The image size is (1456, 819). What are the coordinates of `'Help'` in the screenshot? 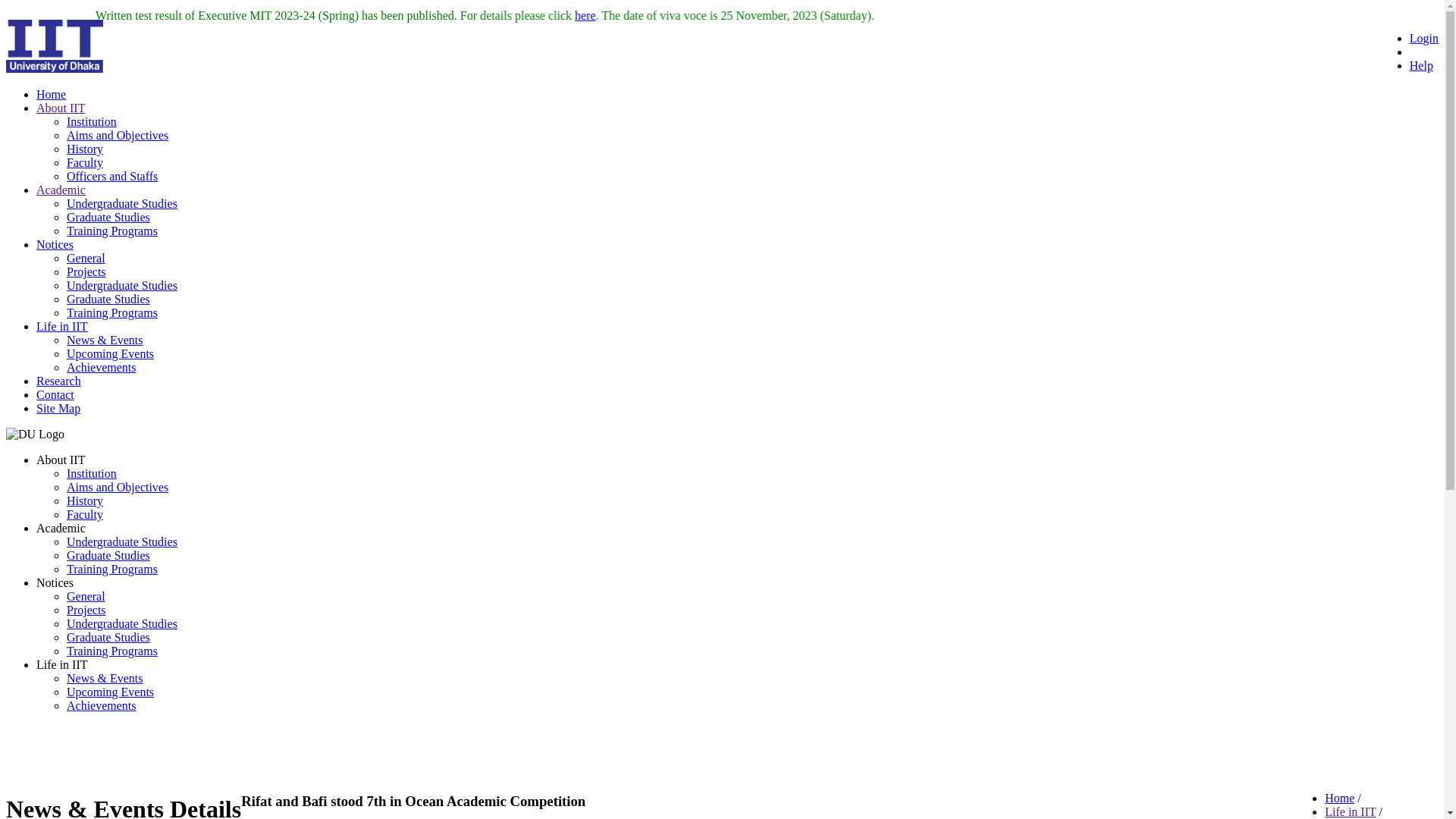 It's located at (1420, 64).